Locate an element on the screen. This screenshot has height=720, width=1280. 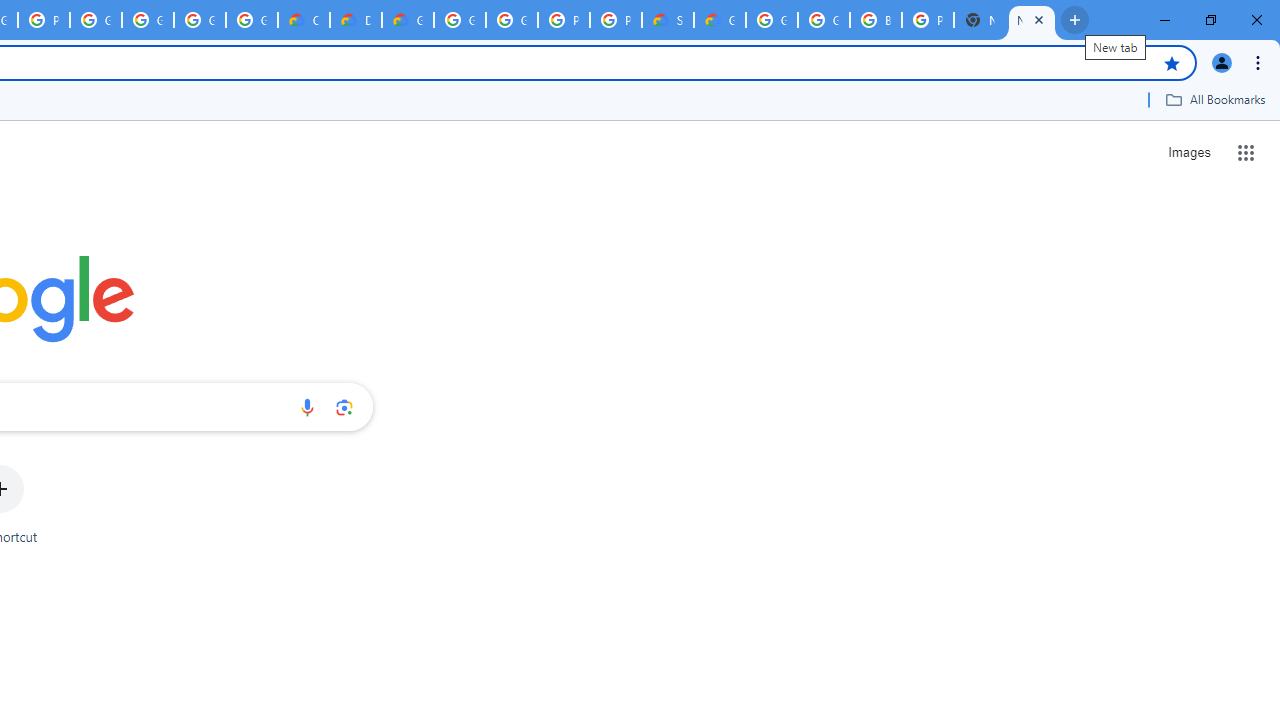
'Search by voice' is located at coordinates (306, 406).